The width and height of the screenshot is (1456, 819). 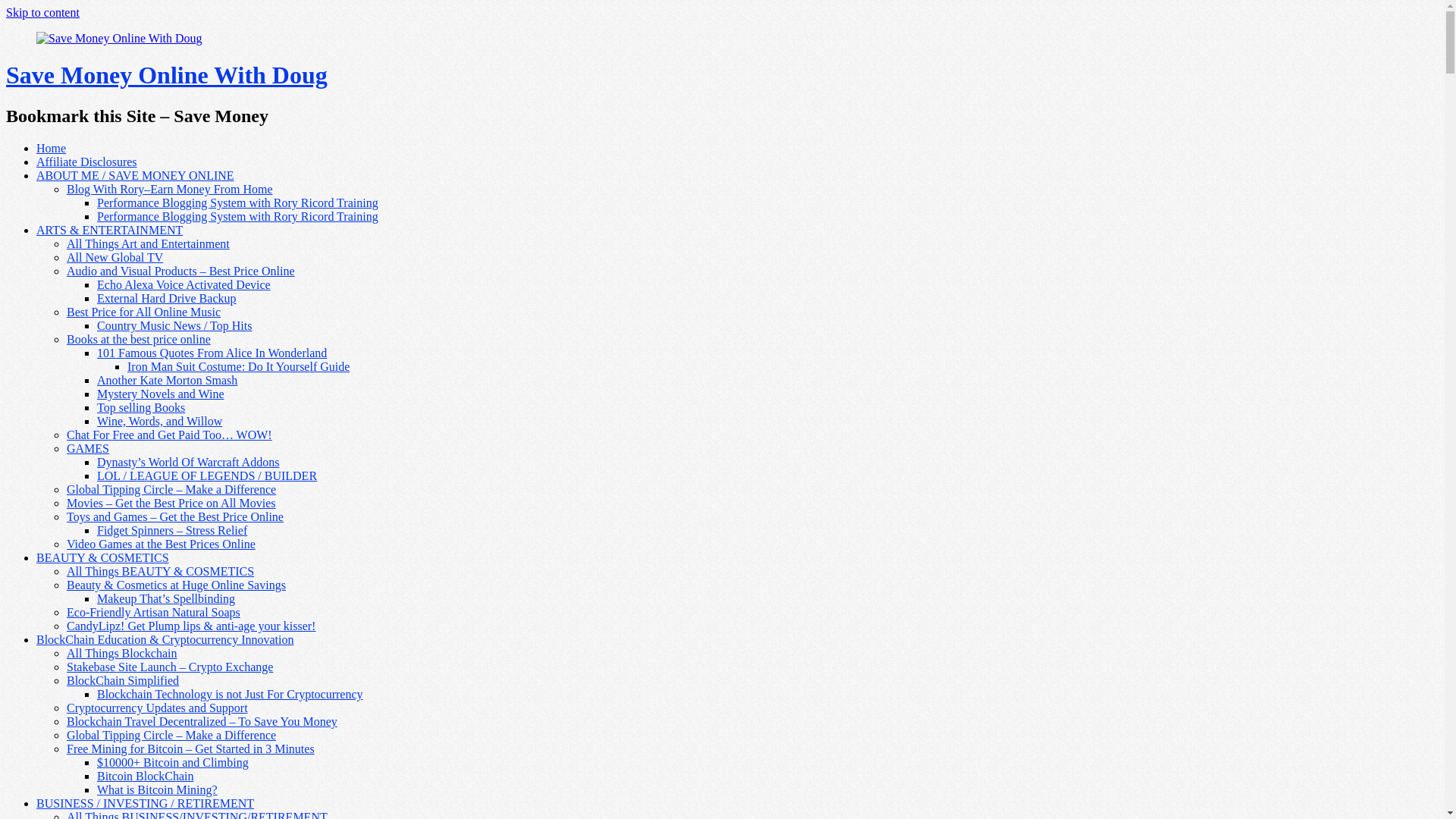 What do you see at coordinates (167, 75) in the screenshot?
I see `'Save Money Online With Doug'` at bounding box center [167, 75].